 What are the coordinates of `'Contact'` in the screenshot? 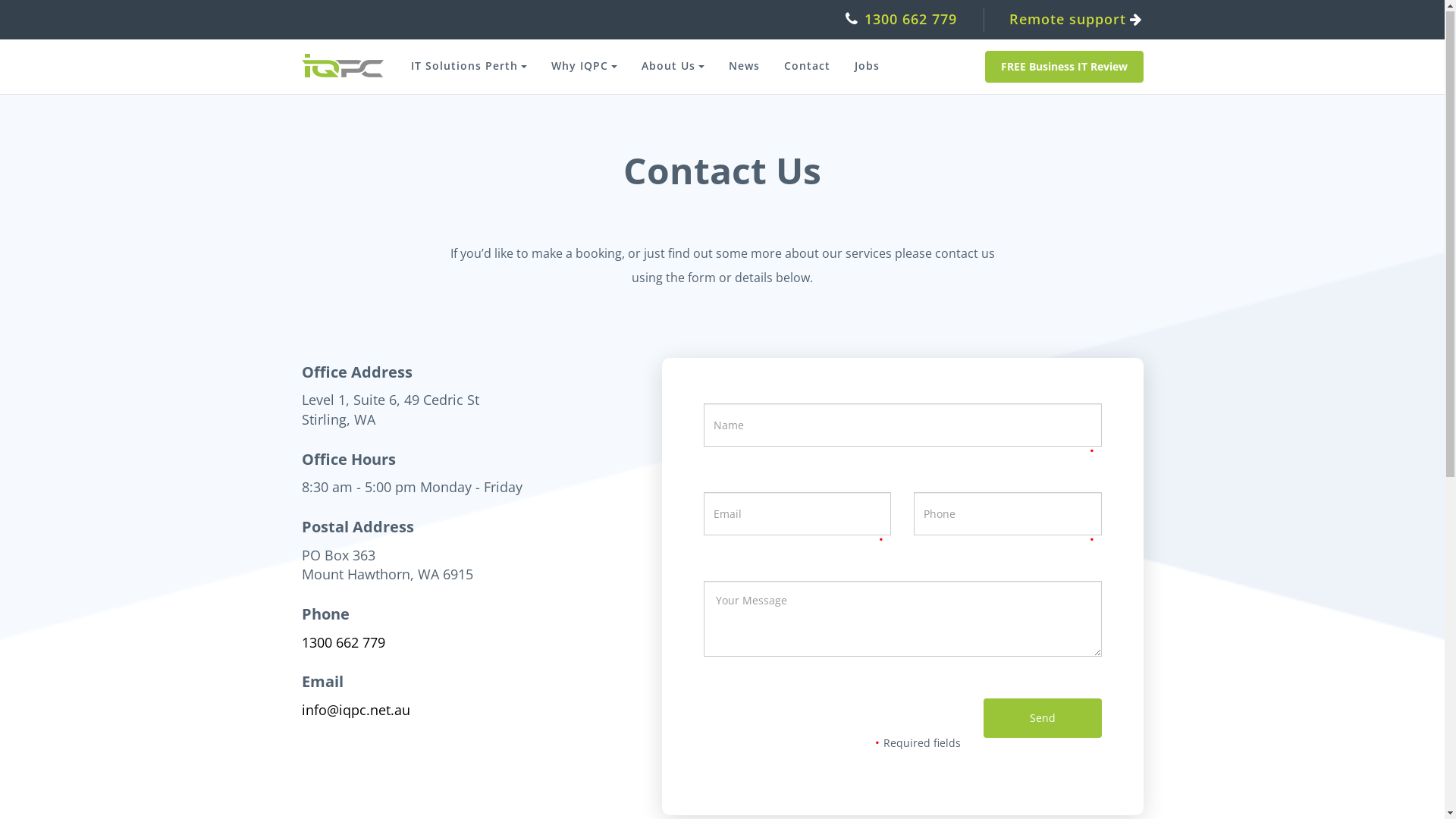 It's located at (806, 66).